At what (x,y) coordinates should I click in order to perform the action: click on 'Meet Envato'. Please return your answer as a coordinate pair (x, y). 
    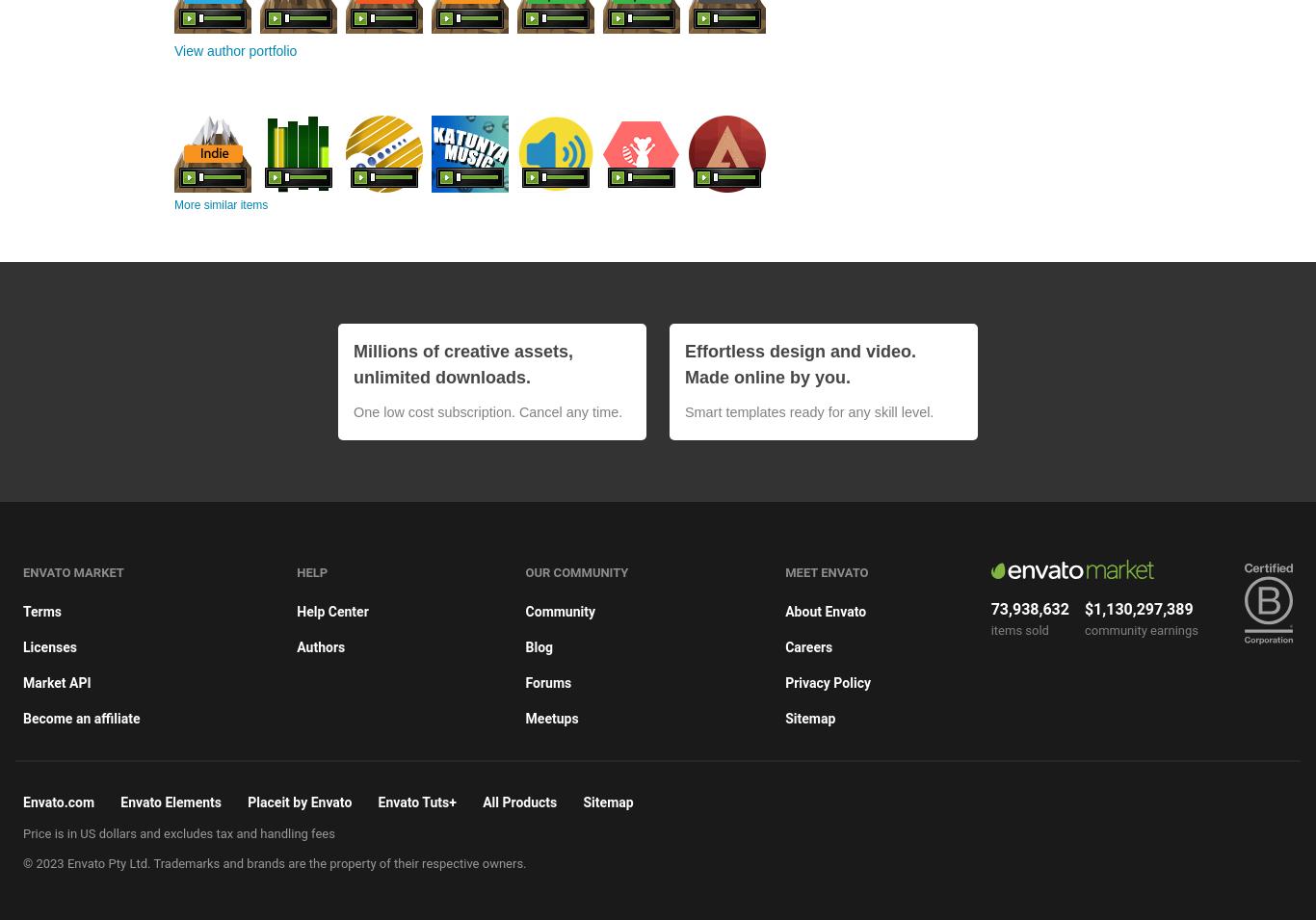
    Looking at the image, I should click on (825, 571).